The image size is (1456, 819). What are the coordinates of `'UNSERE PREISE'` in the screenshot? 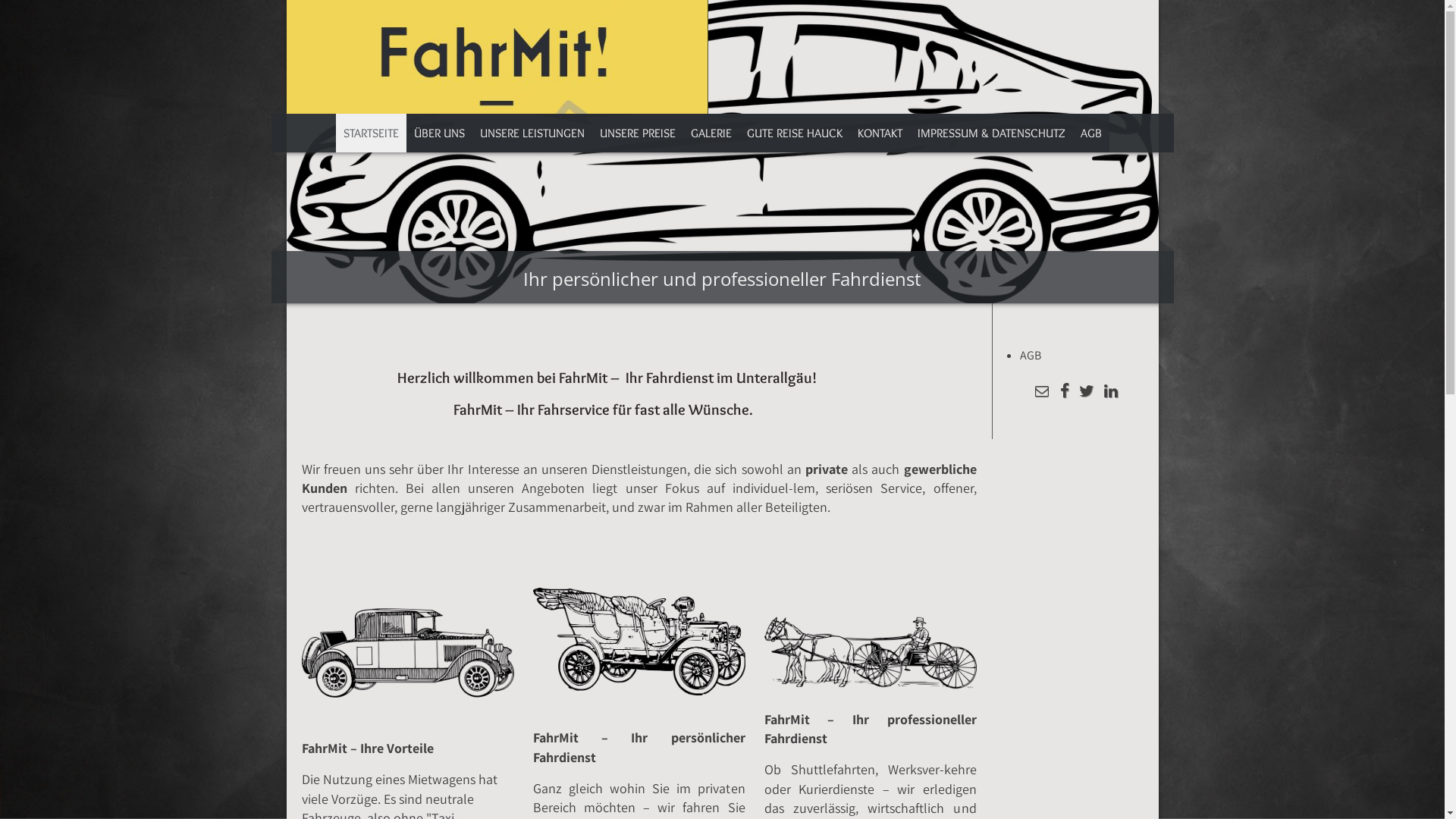 It's located at (637, 132).